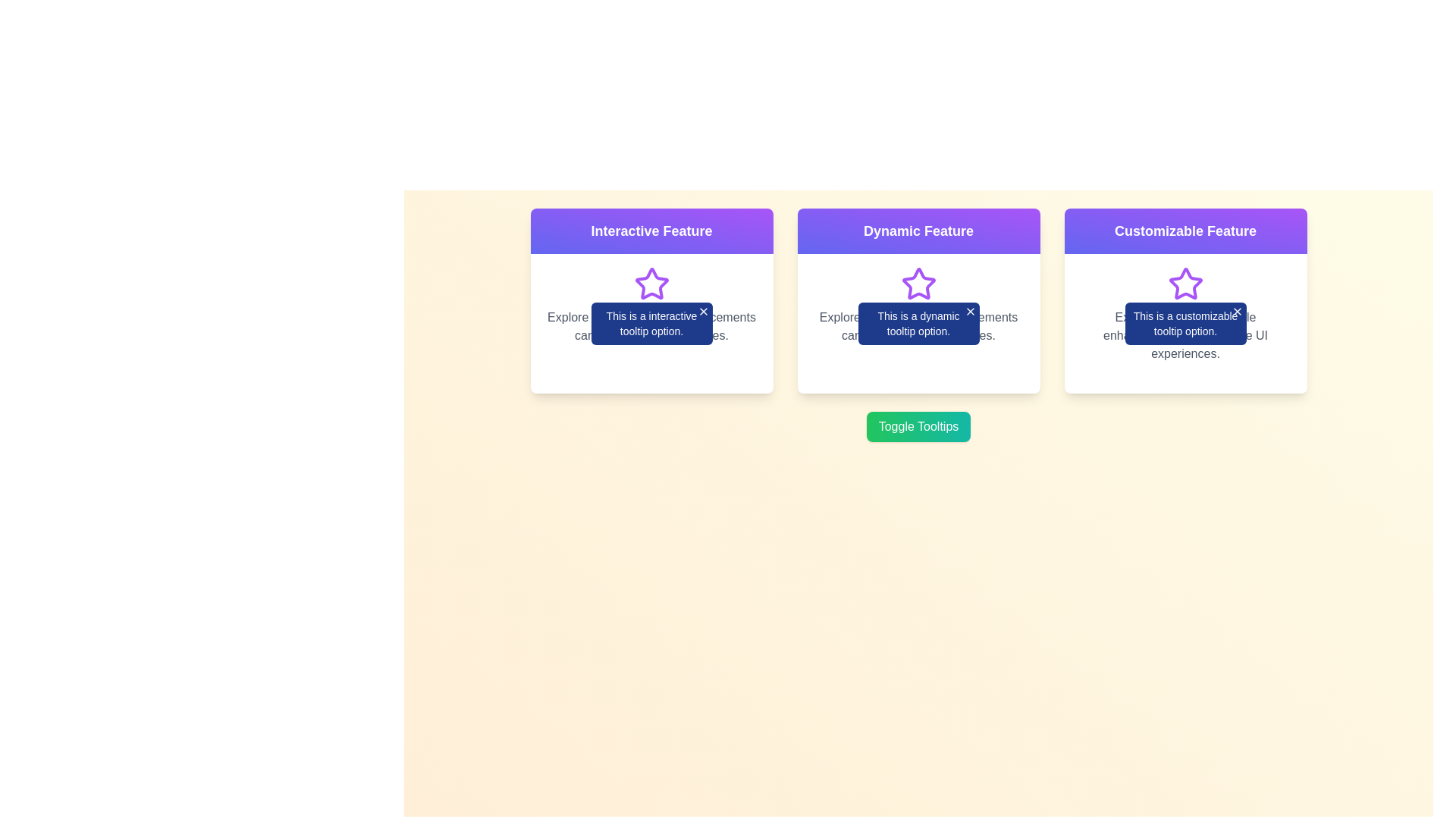 The height and width of the screenshot is (819, 1456). I want to click on the tooltip of the 'Interactive Feature' card, which is displayed in a blue box and provides additional information, so click(651, 301).